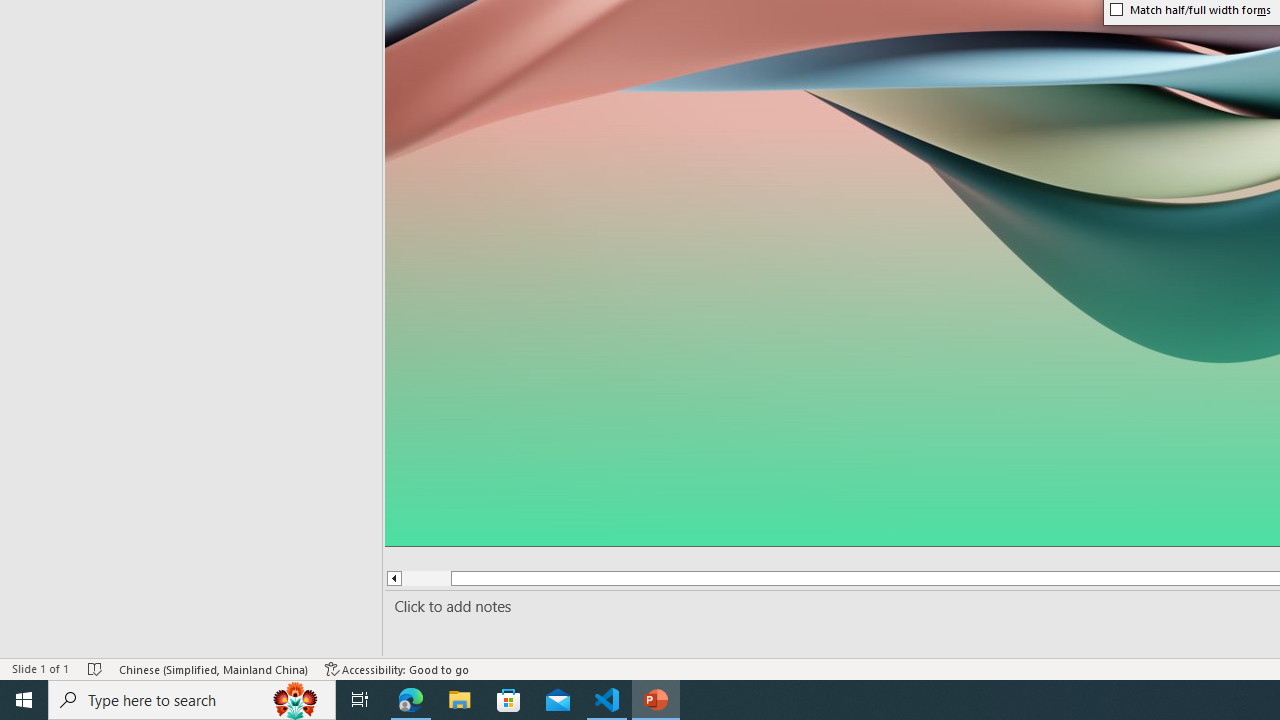 The width and height of the screenshot is (1280, 720). I want to click on 'Type here to search', so click(192, 698).